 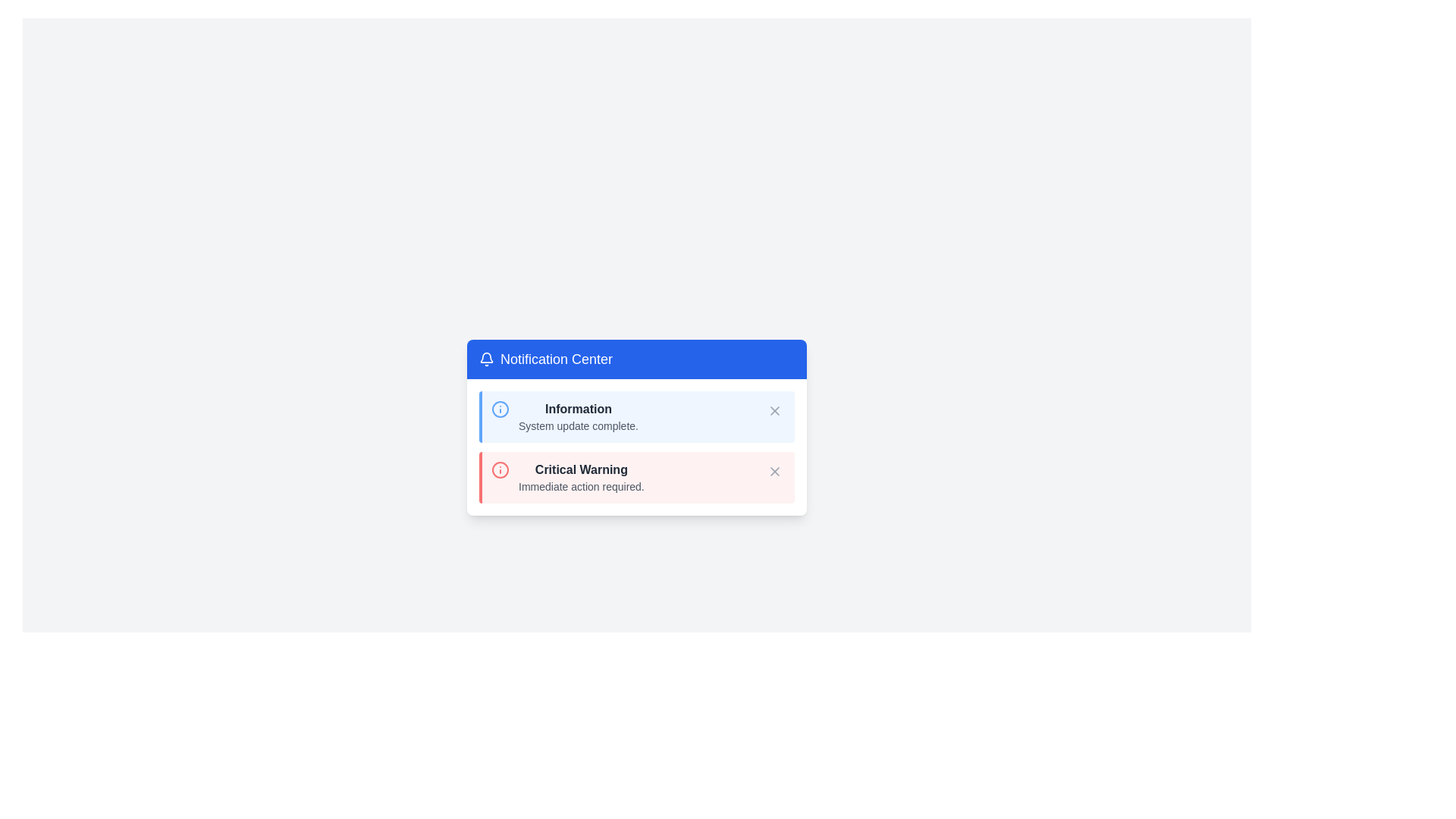 What do you see at coordinates (580, 476) in the screenshot?
I see `the 'Critical Warning' notification, which is a textual alert with a bold title and a light red background located in the notification panel` at bounding box center [580, 476].